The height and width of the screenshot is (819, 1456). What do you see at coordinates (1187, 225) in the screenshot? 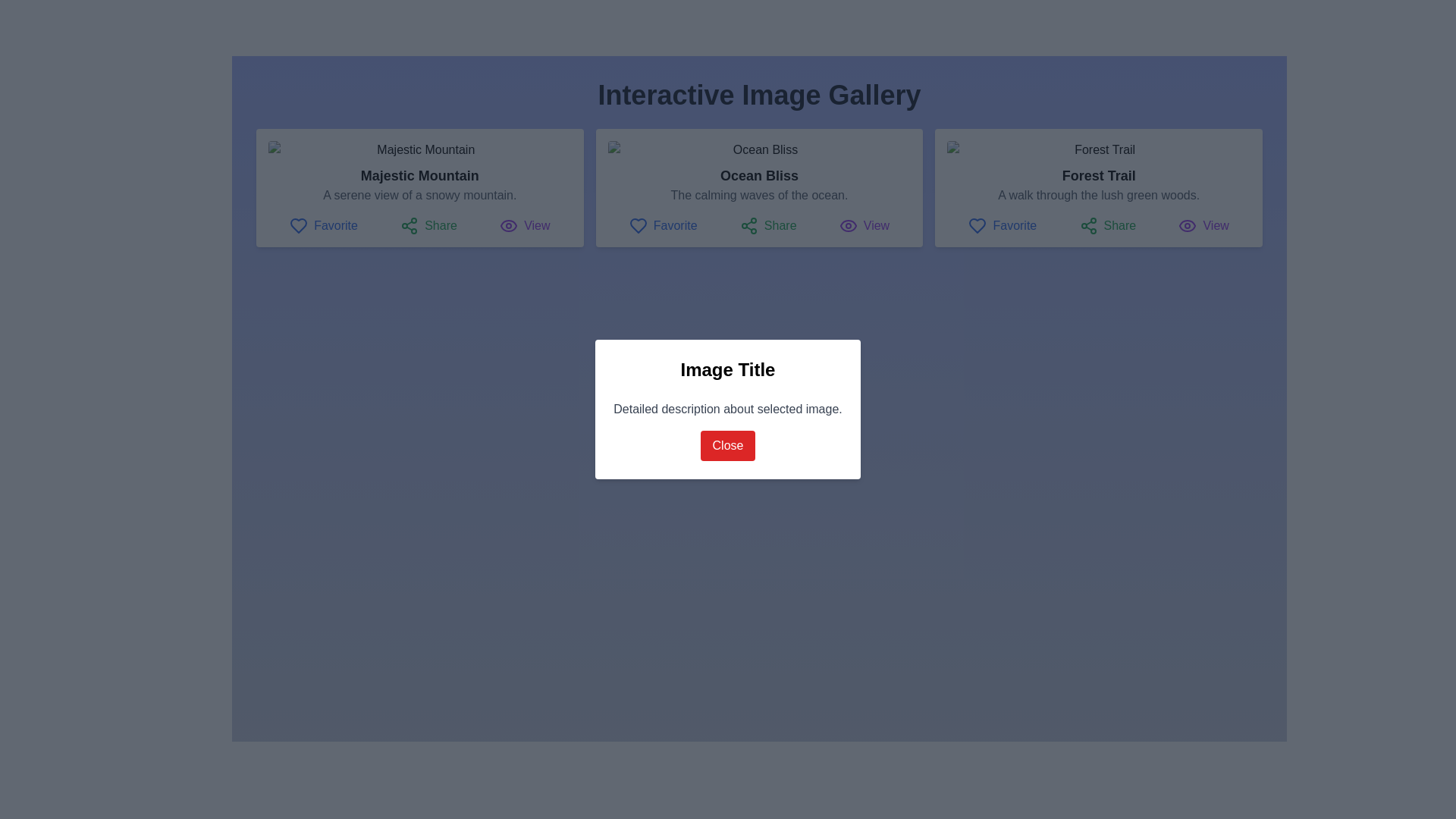
I see `the eye-like icon with a dark blue outline located within the 'View' button of the 'Forest Trail' card, which is situated at the far-right of the image gallery` at bounding box center [1187, 225].